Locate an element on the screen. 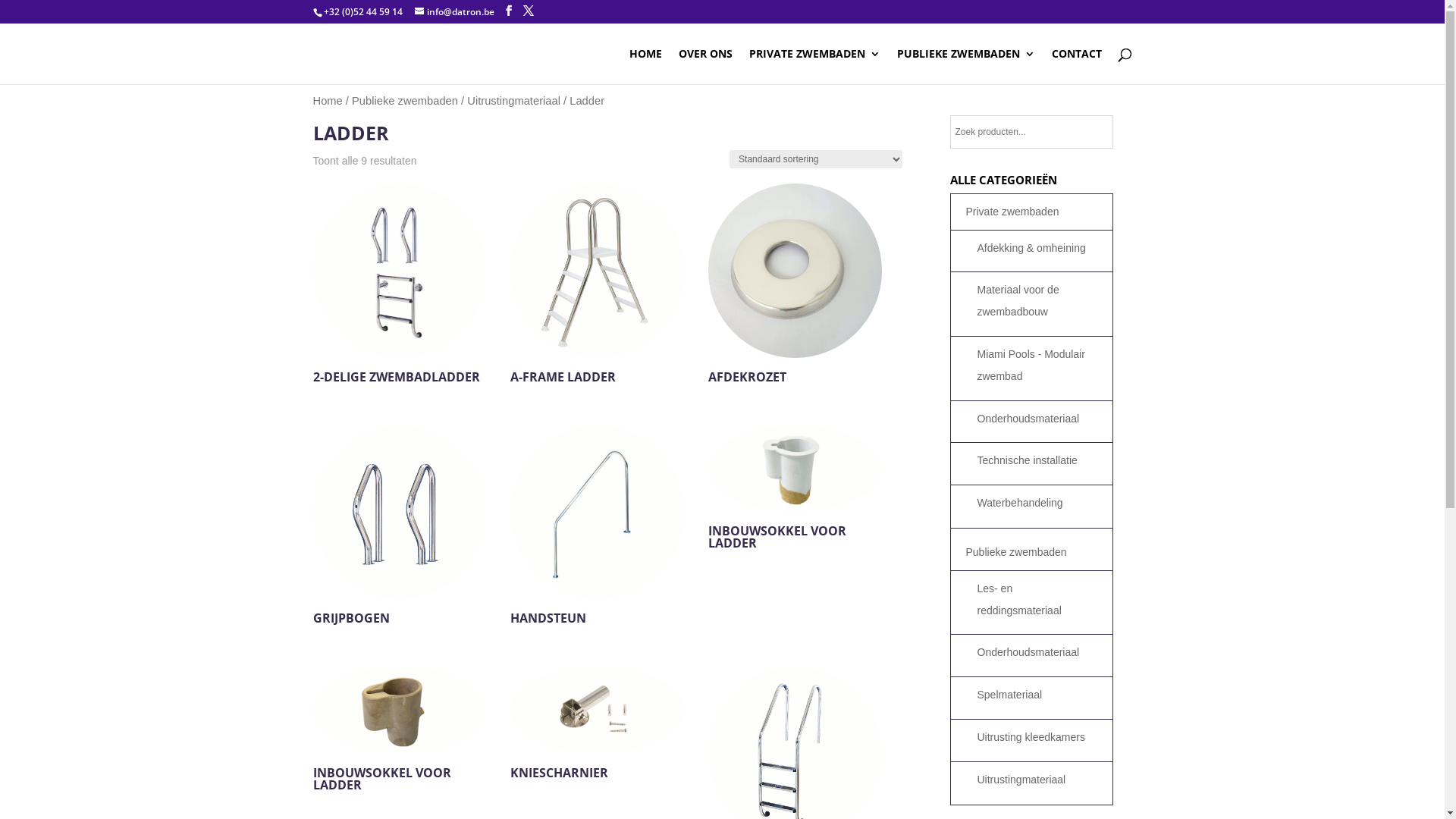  'Home' is located at coordinates (326, 100).